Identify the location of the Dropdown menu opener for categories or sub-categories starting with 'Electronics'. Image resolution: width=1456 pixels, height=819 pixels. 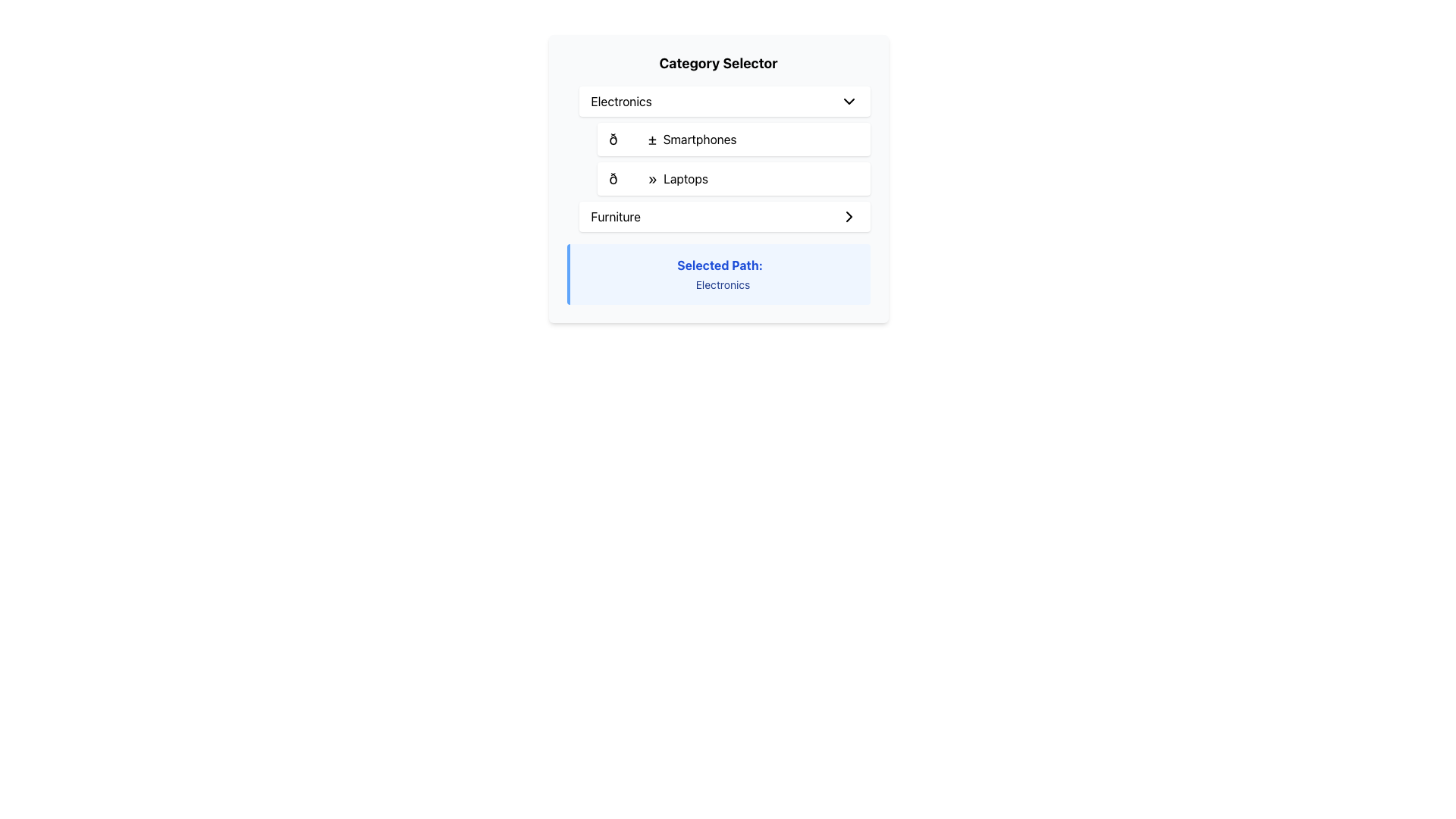
(723, 102).